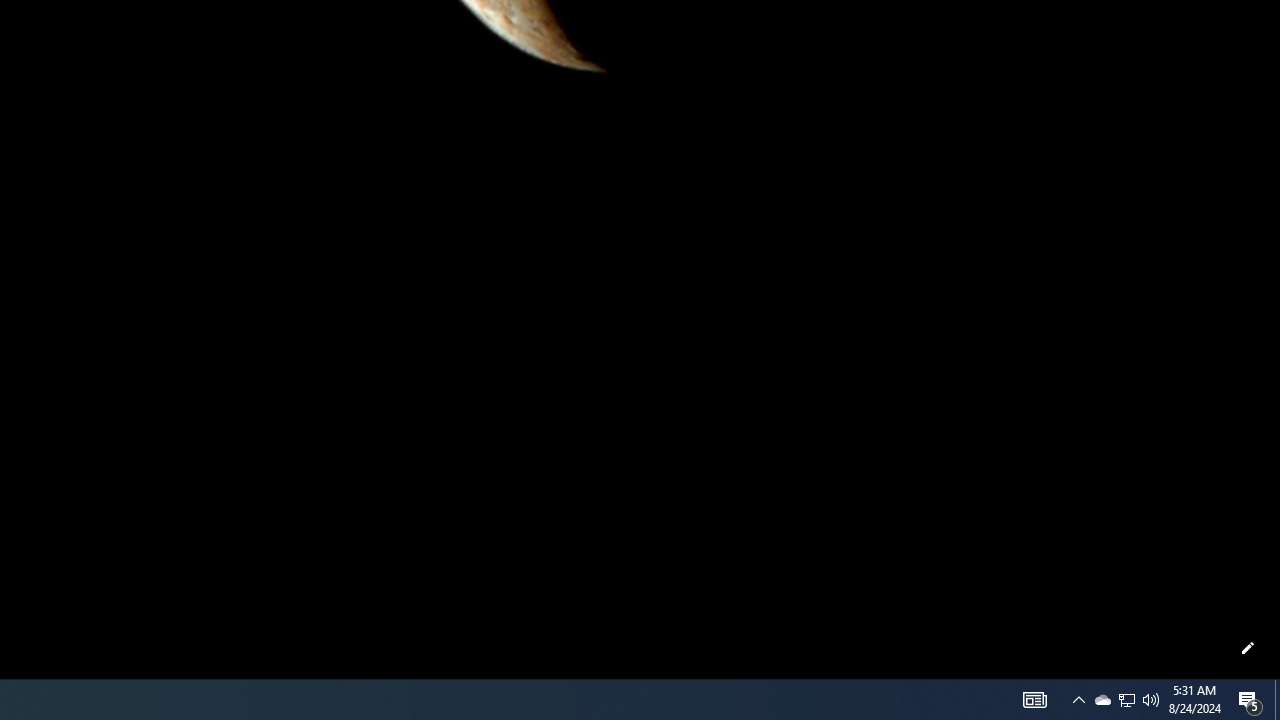  What do you see at coordinates (1247, 648) in the screenshot?
I see `'Customize this page'` at bounding box center [1247, 648].